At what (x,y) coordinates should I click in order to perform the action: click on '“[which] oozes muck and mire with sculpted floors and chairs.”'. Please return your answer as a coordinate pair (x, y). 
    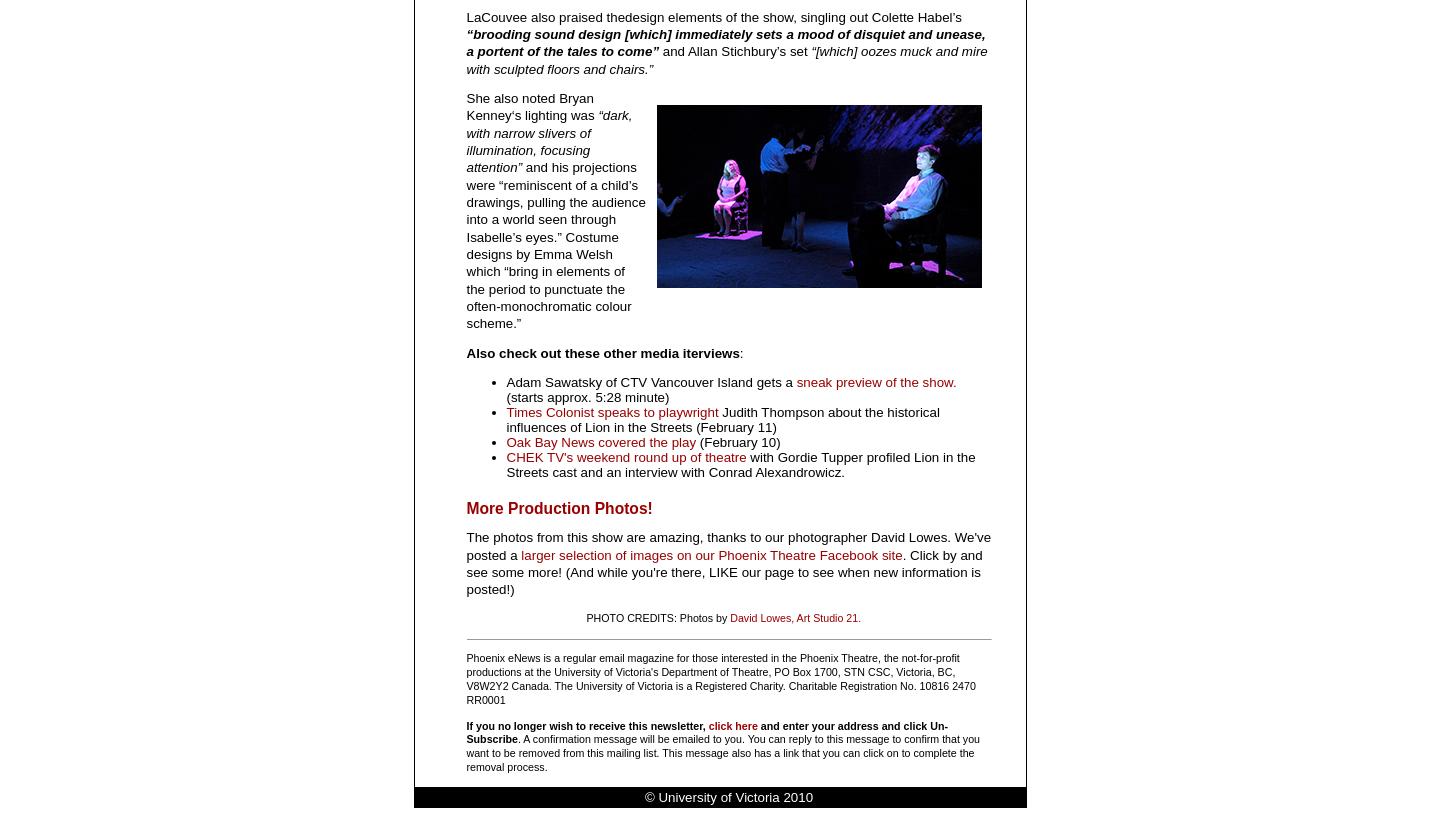
    Looking at the image, I should click on (725, 58).